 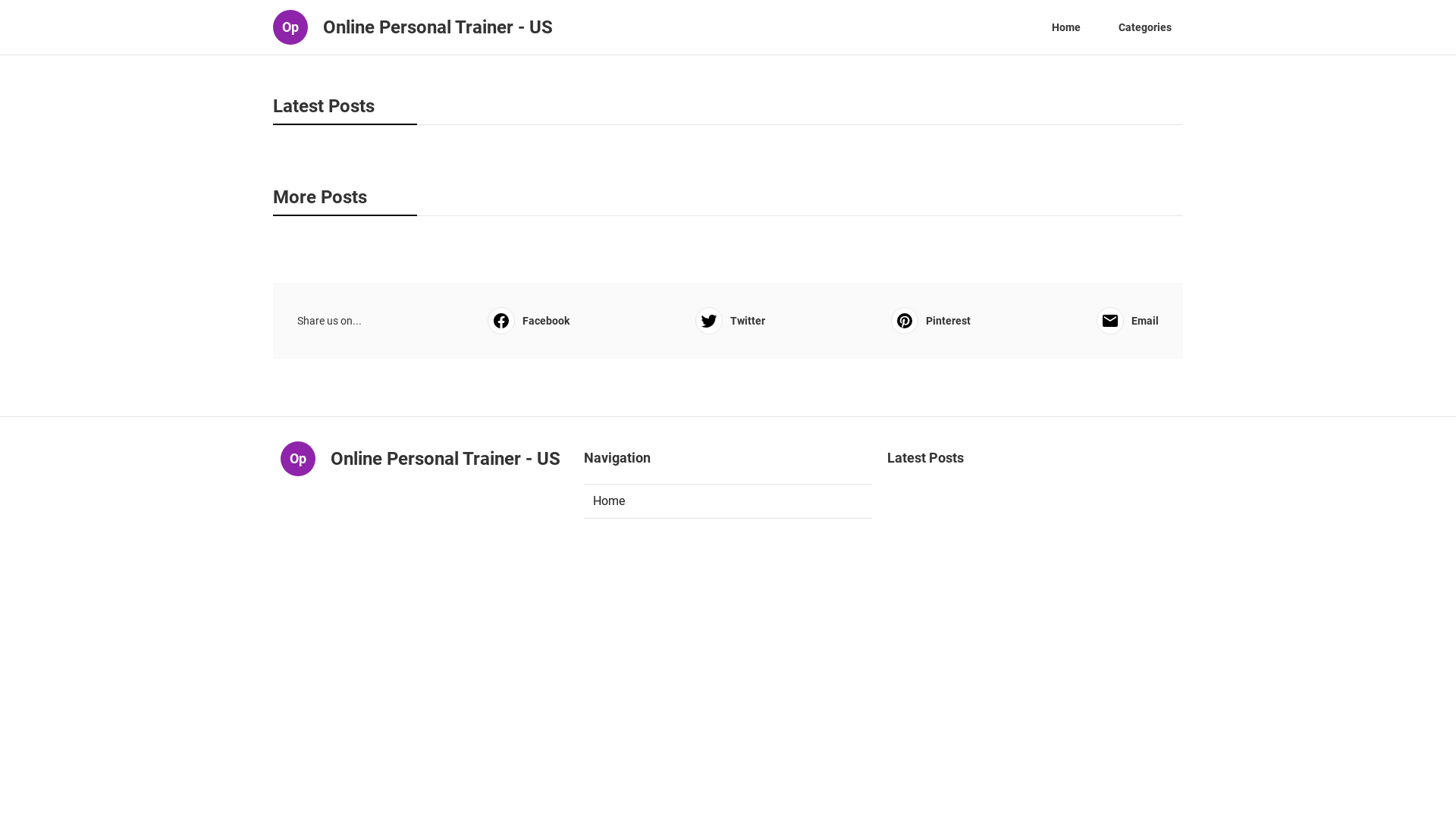 What do you see at coordinates (1096, 320) in the screenshot?
I see `'Email'` at bounding box center [1096, 320].